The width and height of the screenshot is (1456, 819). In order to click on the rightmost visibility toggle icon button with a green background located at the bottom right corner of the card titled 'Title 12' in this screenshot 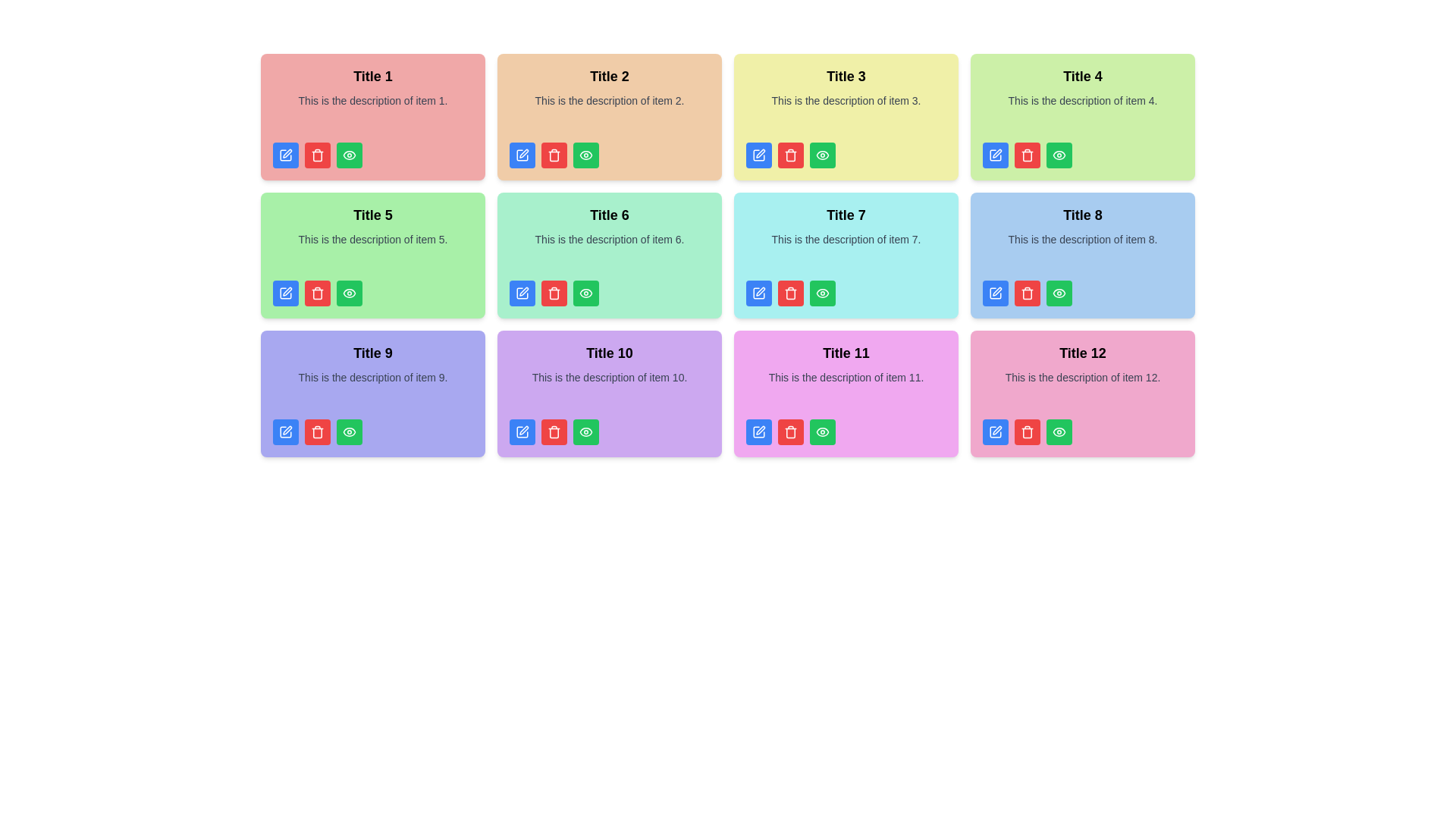, I will do `click(1058, 431)`.